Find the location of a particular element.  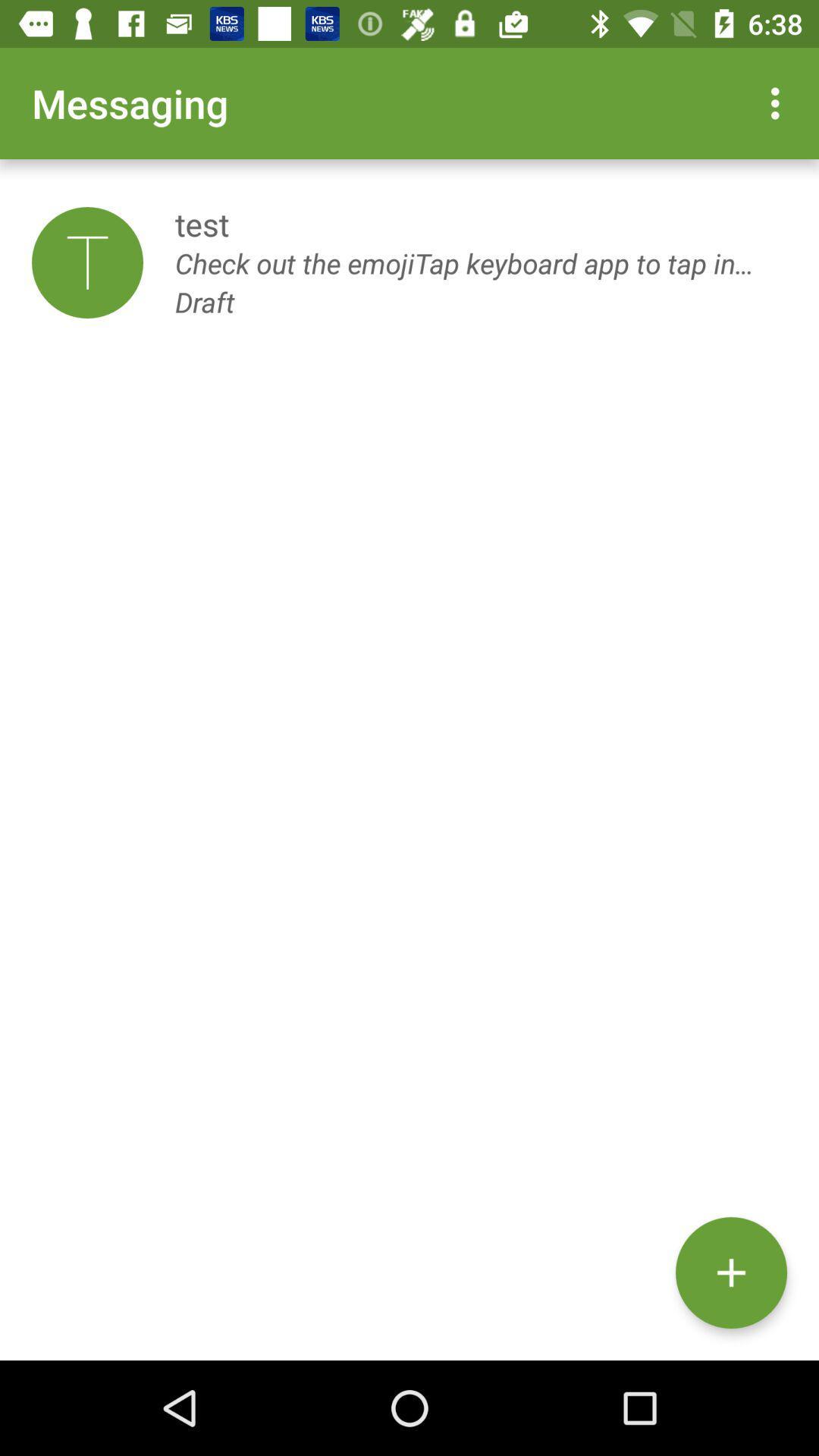

the add icon is located at coordinates (730, 1272).